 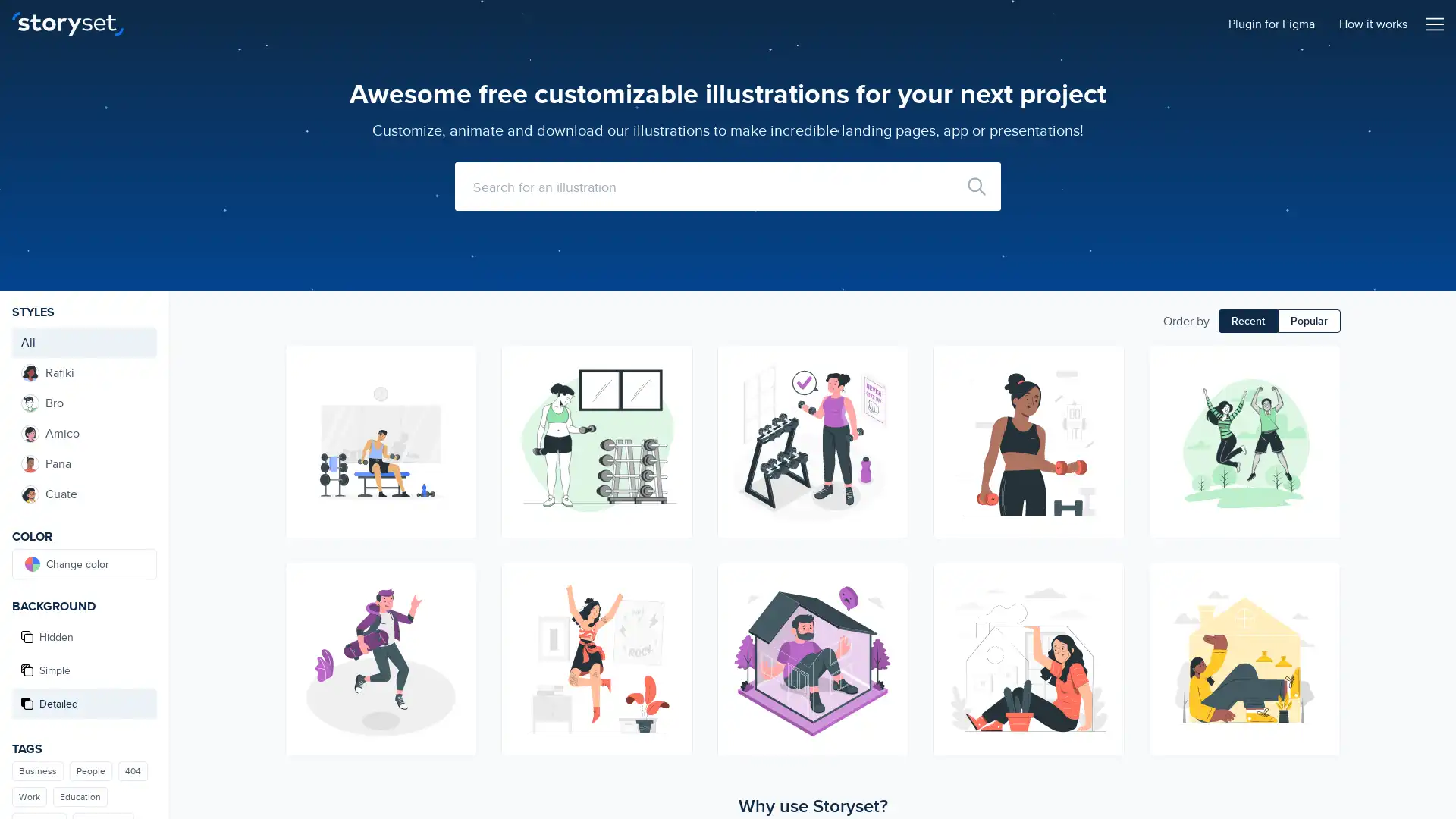 What do you see at coordinates (673, 607) in the screenshot?
I see `download icon Download` at bounding box center [673, 607].